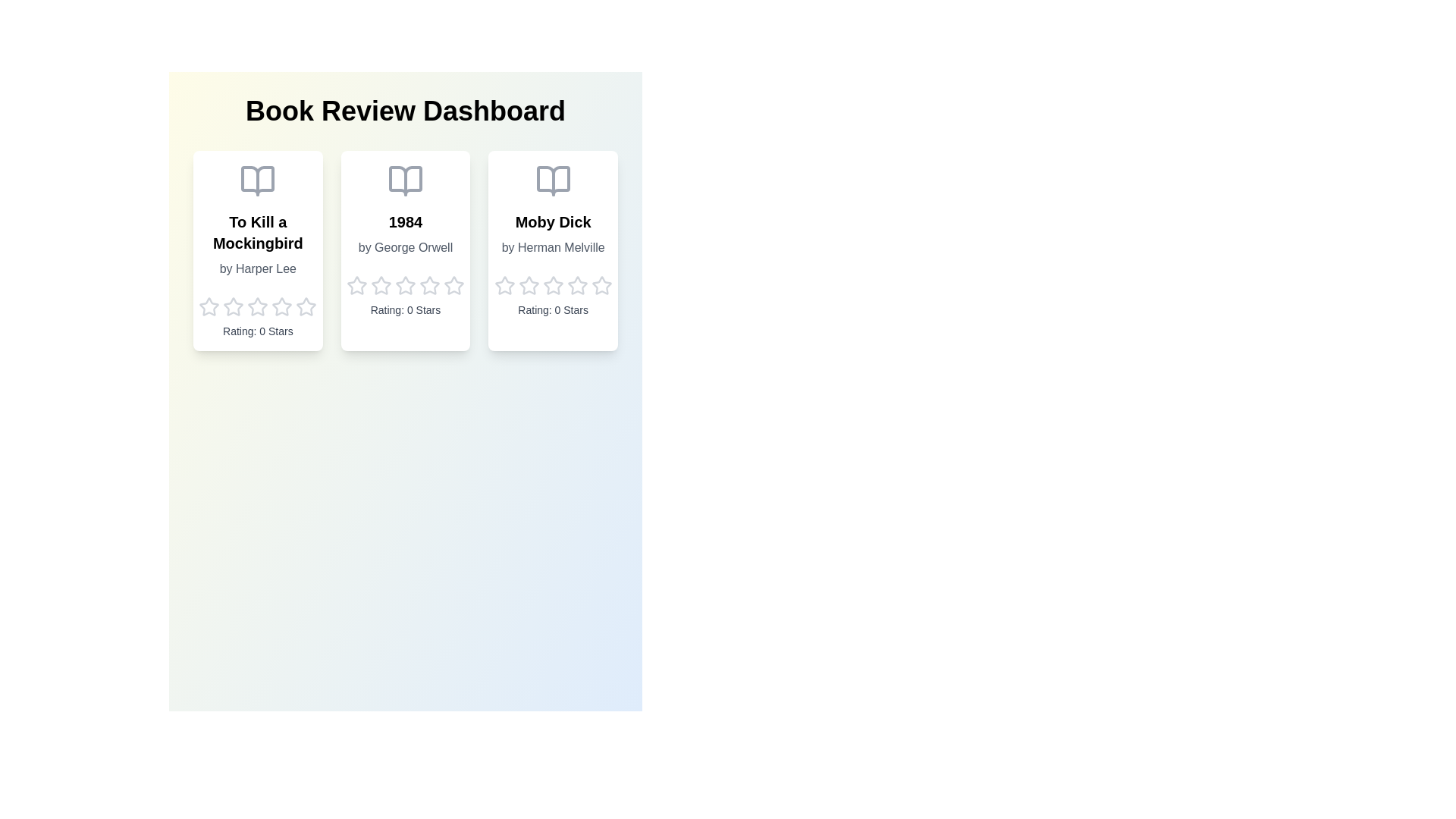 This screenshot has height=819, width=1456. What do you see at coordinates (504, 286) in the screenshot?
I see `the star icon corresponding to the rating 1 for the book 3` at bounding box center [504, 286].